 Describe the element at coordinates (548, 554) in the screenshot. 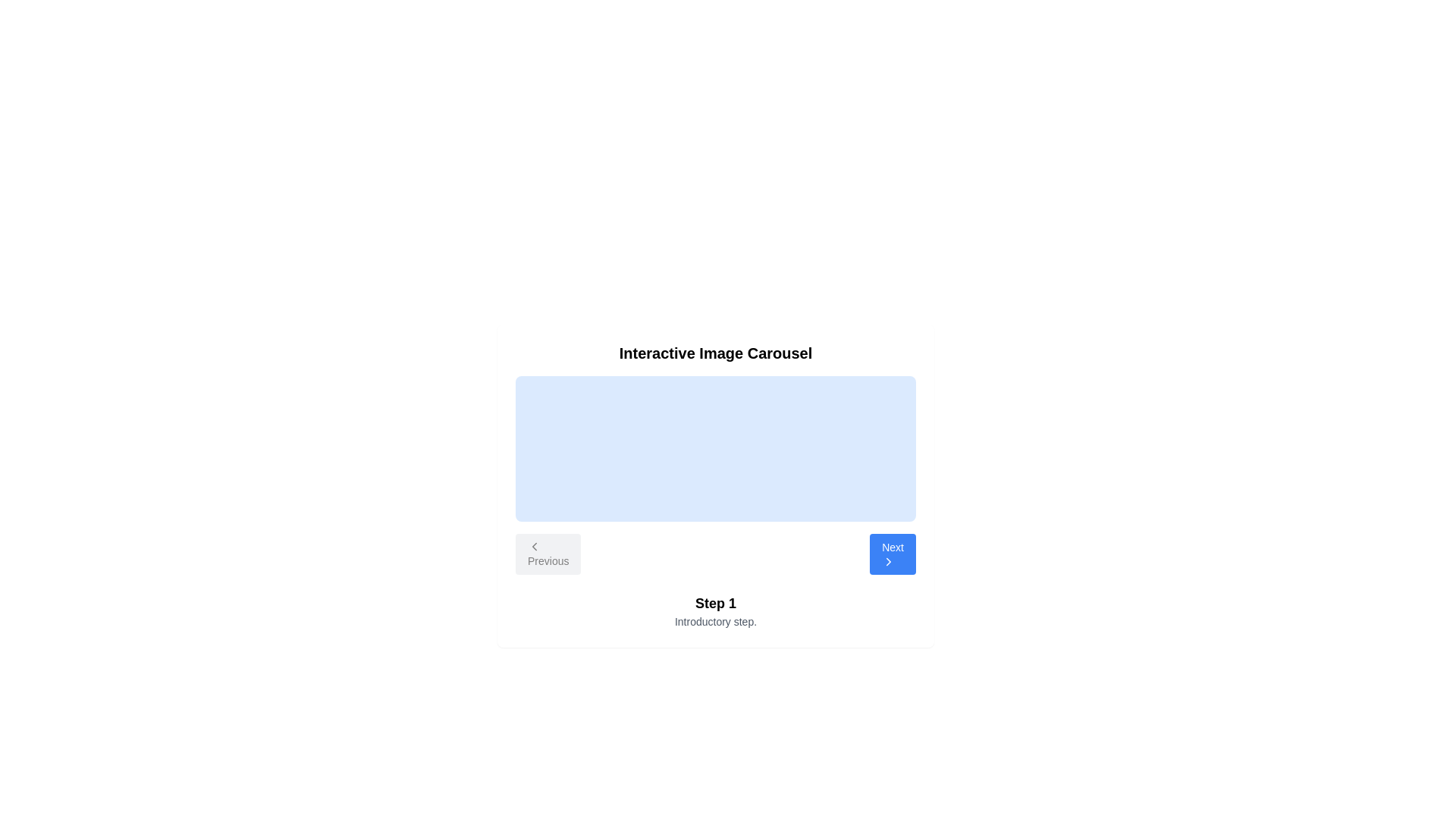

I see `the 'Previous' button, which is a light gray button with rounded corners located in the bottom left corner of the interface` at that location.